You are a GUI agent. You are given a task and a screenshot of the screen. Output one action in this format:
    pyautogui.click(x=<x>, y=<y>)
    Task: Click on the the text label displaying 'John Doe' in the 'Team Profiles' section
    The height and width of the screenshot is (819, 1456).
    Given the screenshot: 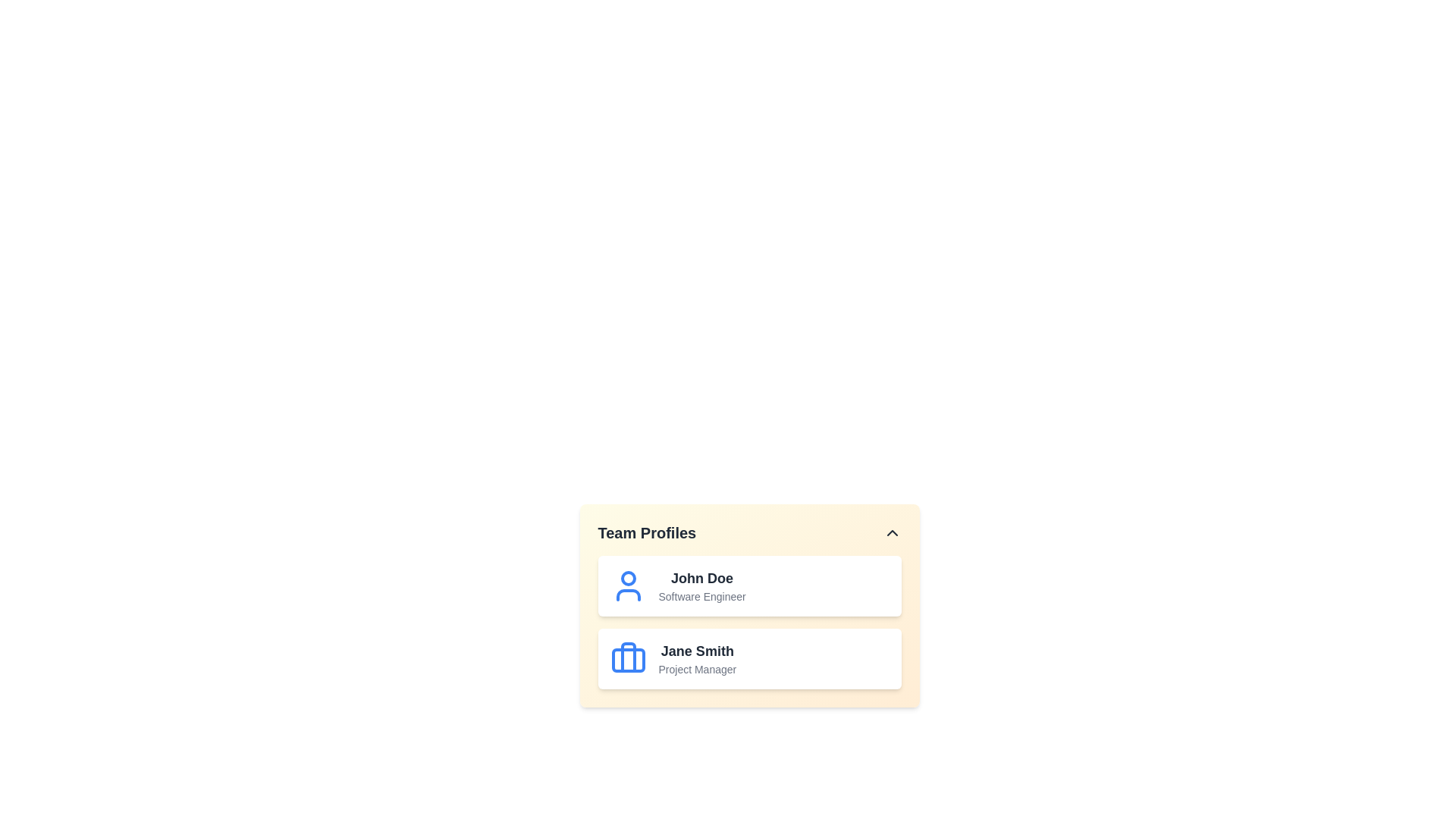 What is the action you would take?
    pyautogui.click(x=701, y=579)
    